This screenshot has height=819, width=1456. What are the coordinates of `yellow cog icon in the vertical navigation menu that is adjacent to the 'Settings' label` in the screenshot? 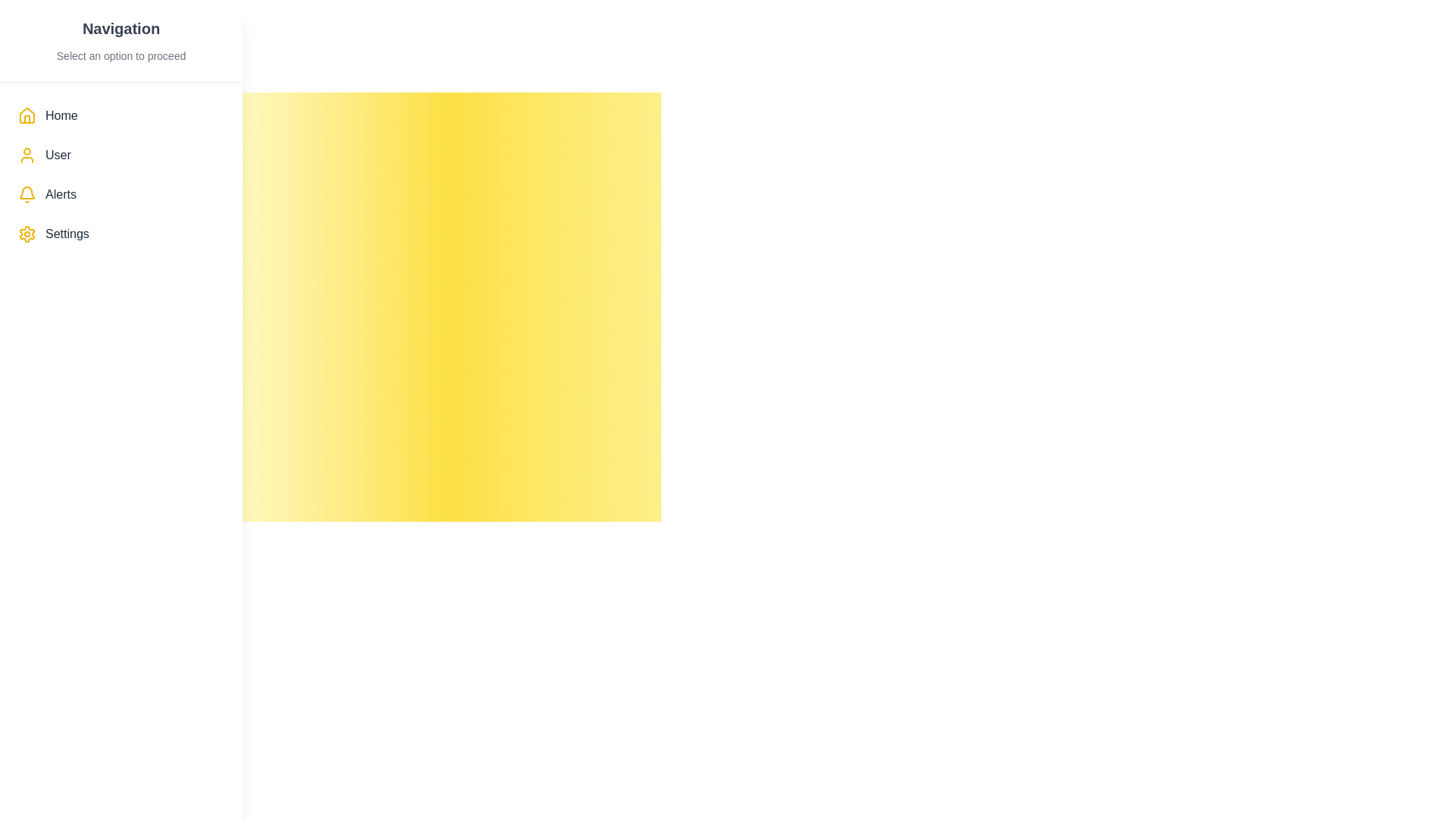 It's located at (27, 234).